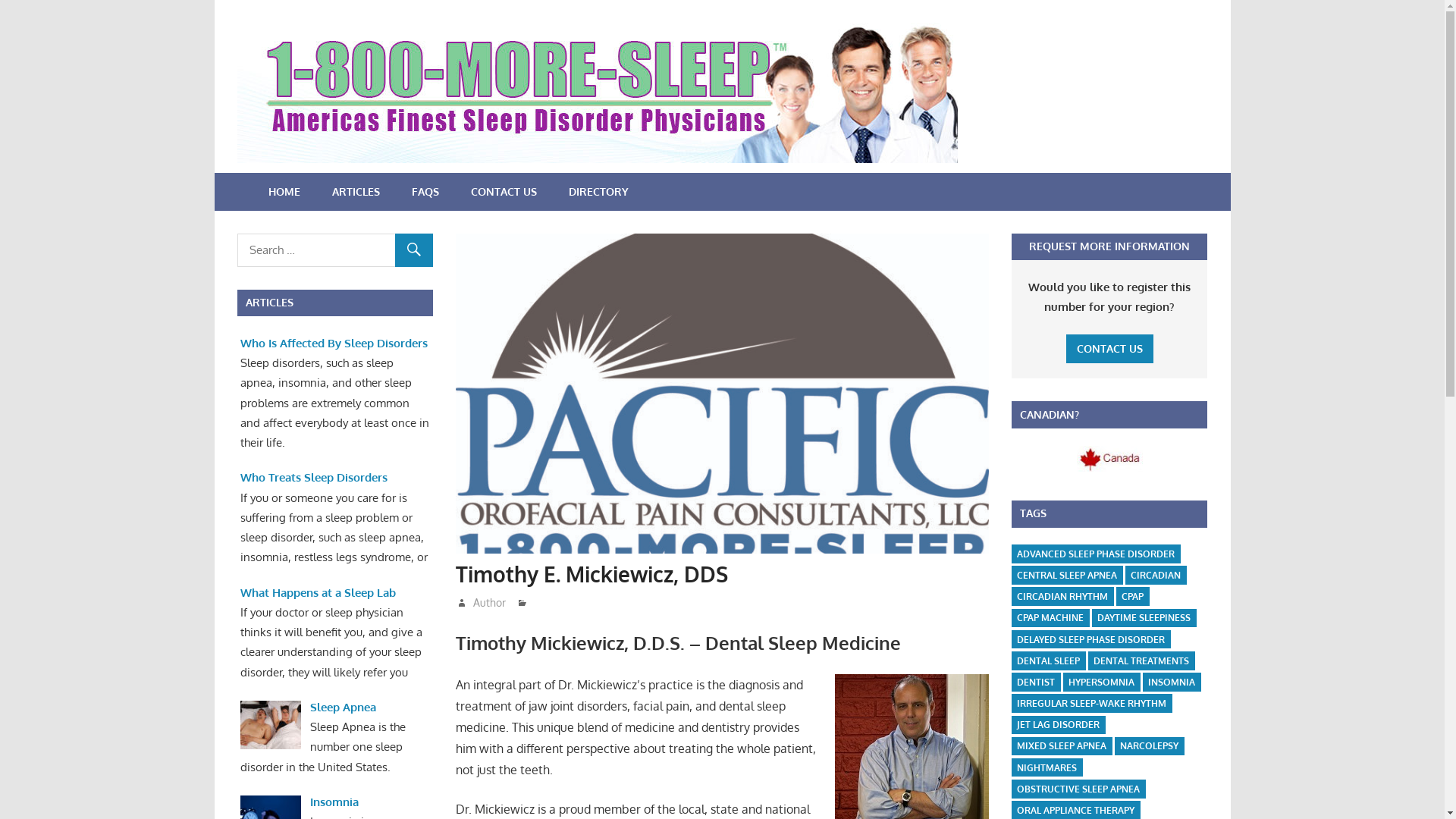 The image size is (1456, 819). Describe the element at coordinates (1012, 554) in the screenshot. I see `'ADVANCED SLEEP PHASE DISORDER'` at that location.